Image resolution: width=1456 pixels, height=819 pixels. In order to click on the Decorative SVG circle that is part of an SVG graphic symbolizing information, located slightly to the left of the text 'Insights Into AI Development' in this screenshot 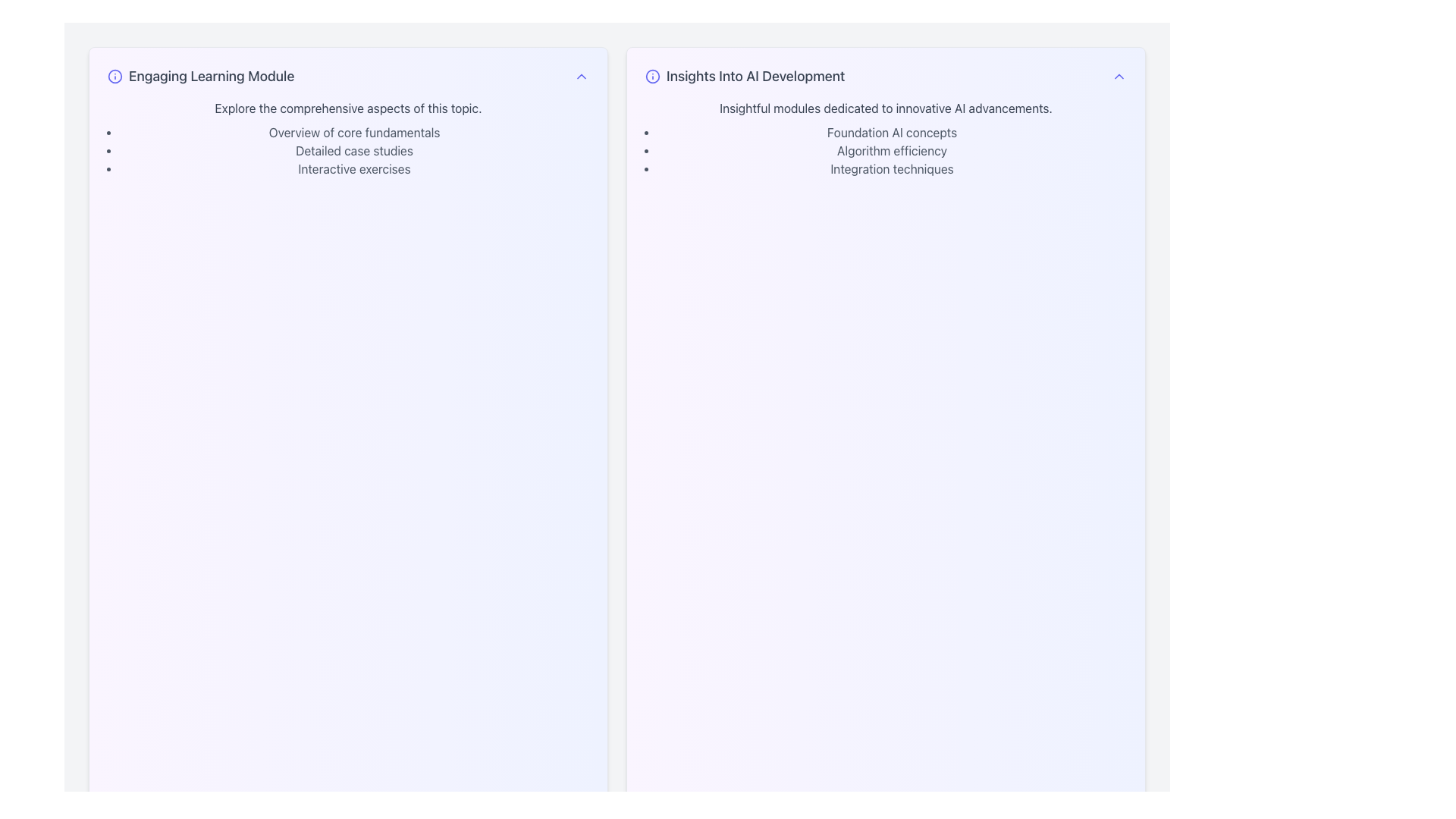, I will do `click(115, 76)`.